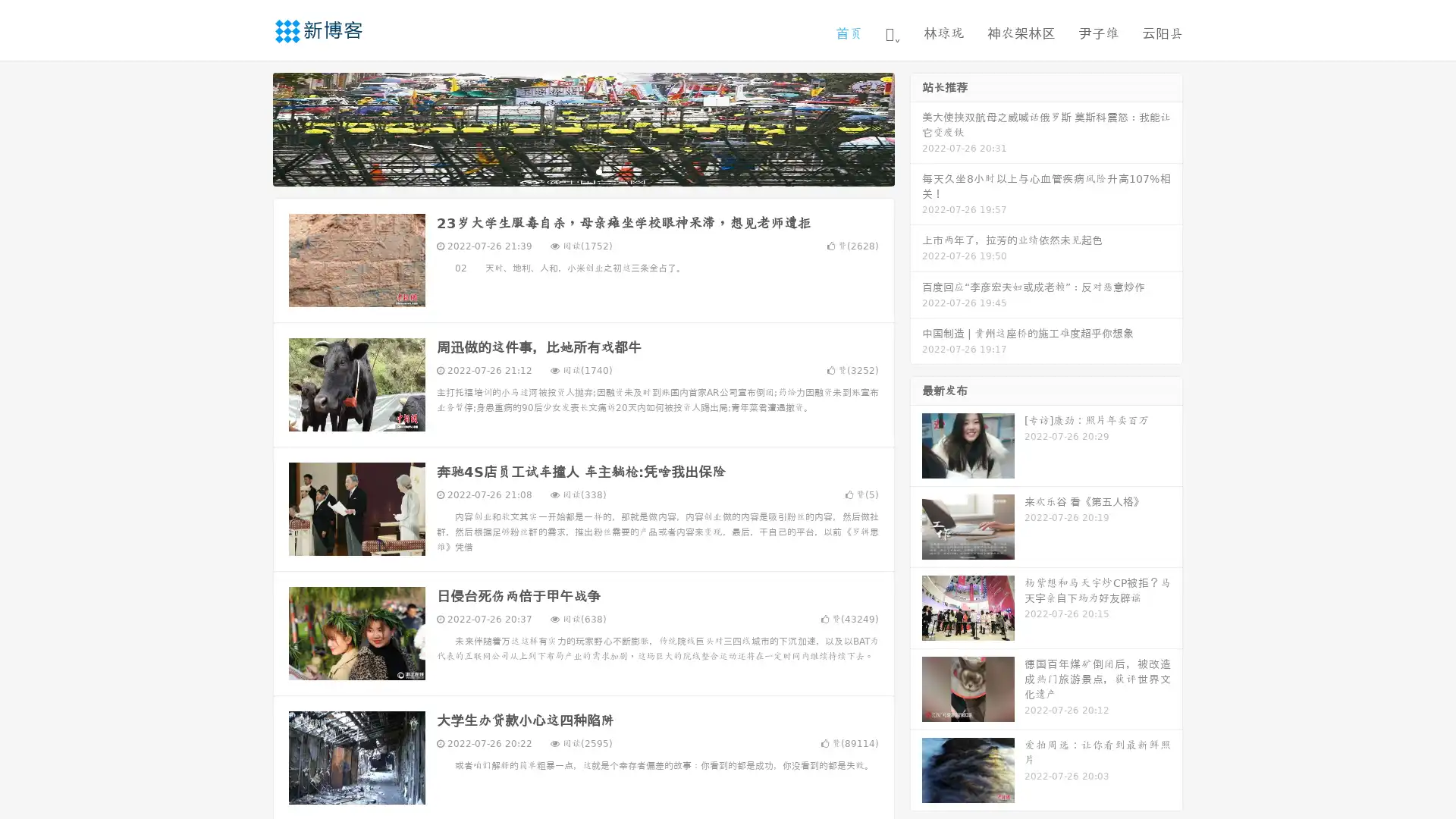 The width and height of the screenshot is (1456, 819). Describe the element at coordinates (567, 171) in the screenshot. I see `Go to slide 1` at that location.